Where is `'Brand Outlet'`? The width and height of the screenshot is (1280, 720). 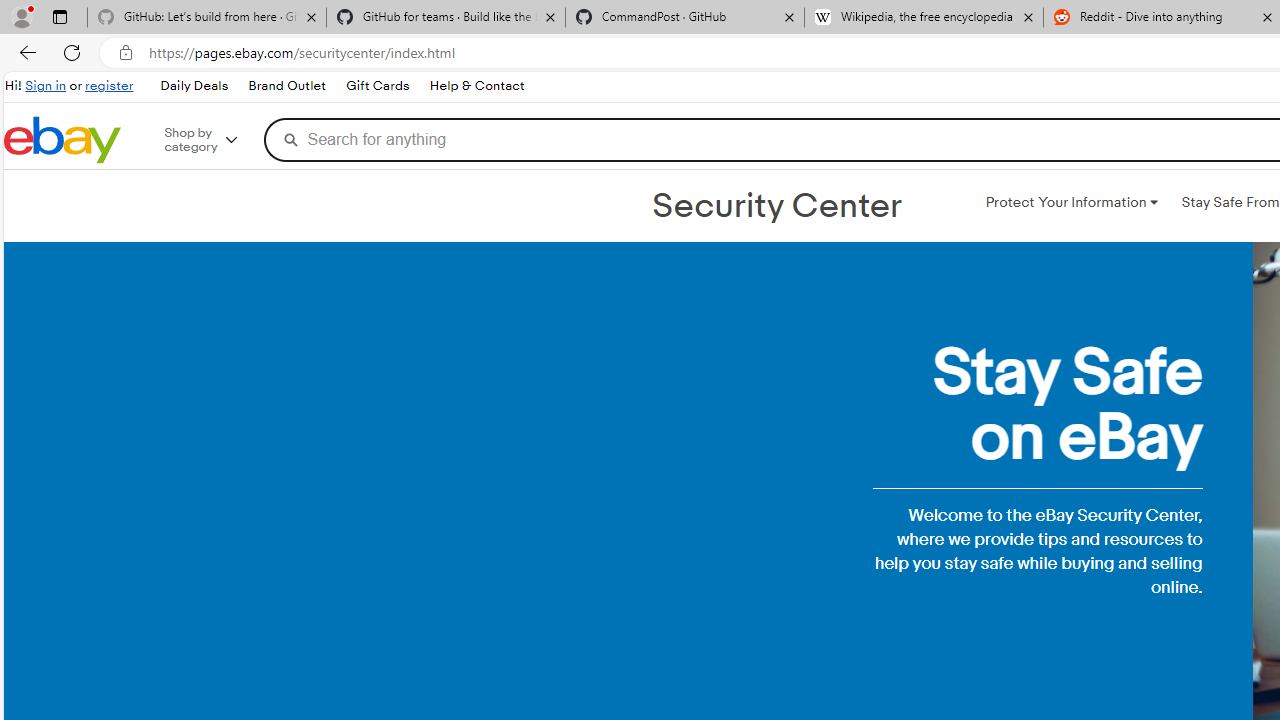
'Brand Outlet' is located at coordinates (285, 85).